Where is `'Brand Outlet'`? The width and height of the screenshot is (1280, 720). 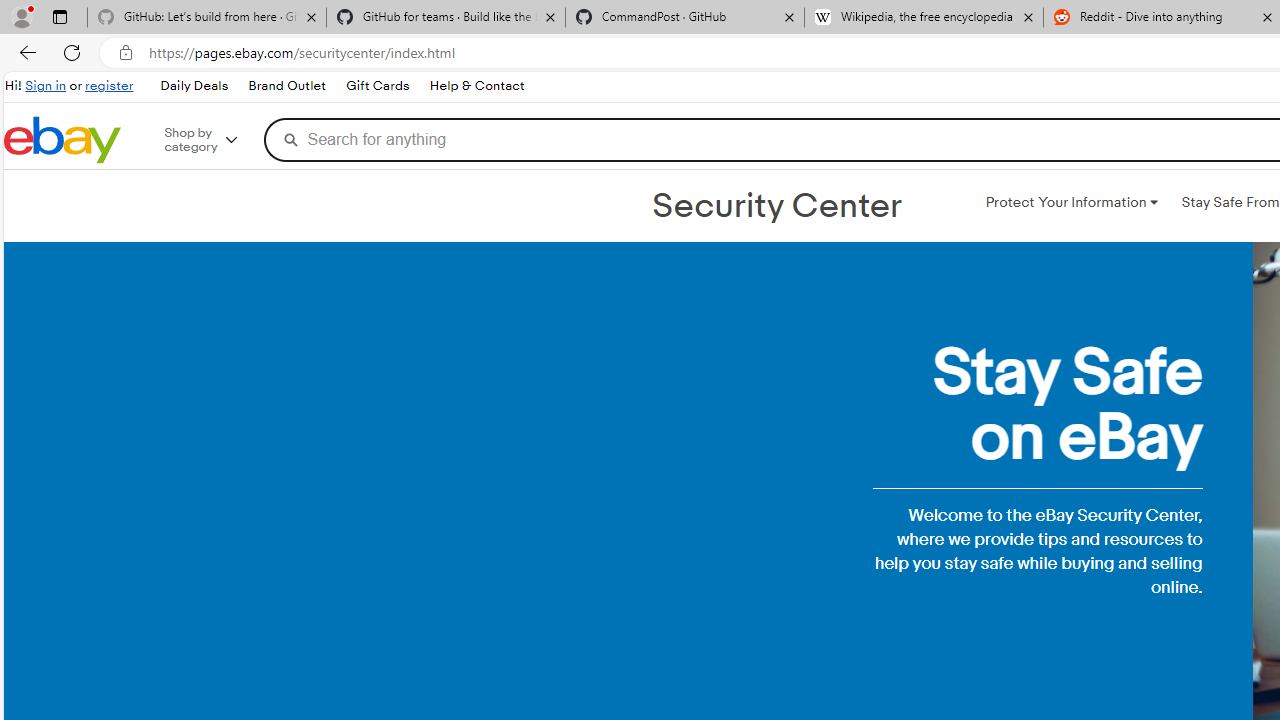
'Brand Outlet' is located at coordinates (285, 85).